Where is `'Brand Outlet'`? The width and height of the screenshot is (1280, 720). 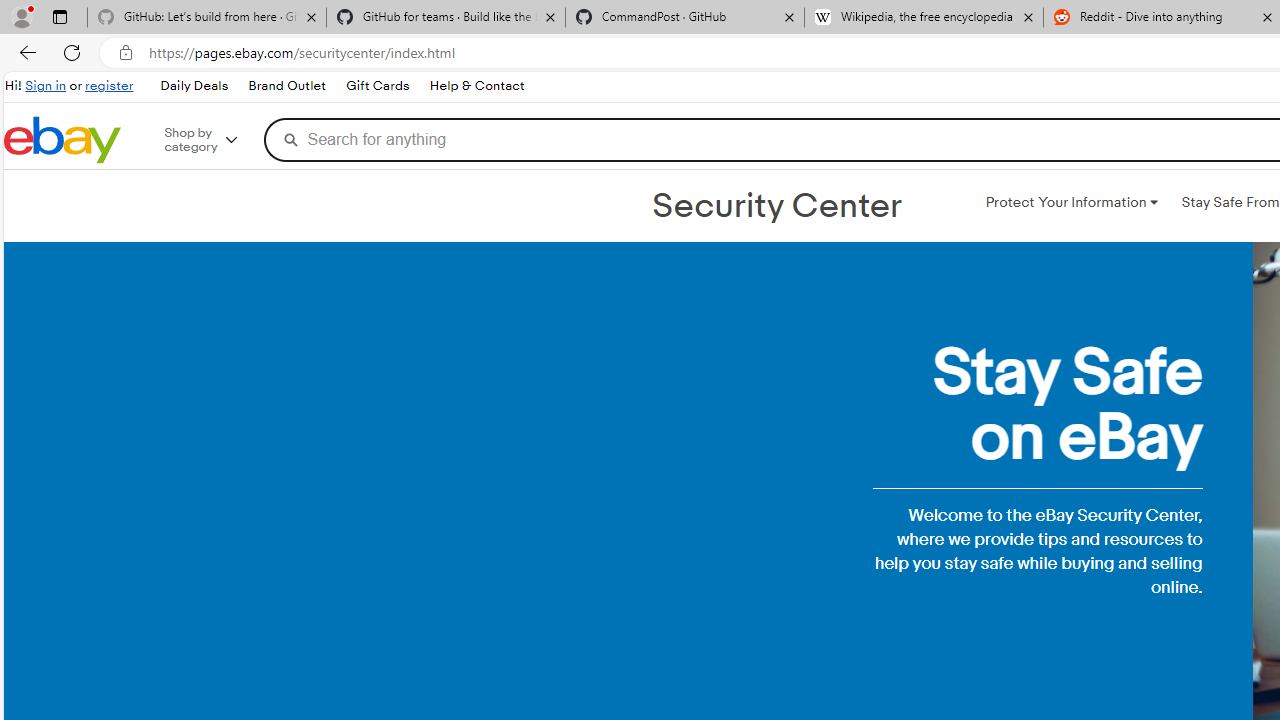
'Brand Outlet' is located at coordinates (285, 85).